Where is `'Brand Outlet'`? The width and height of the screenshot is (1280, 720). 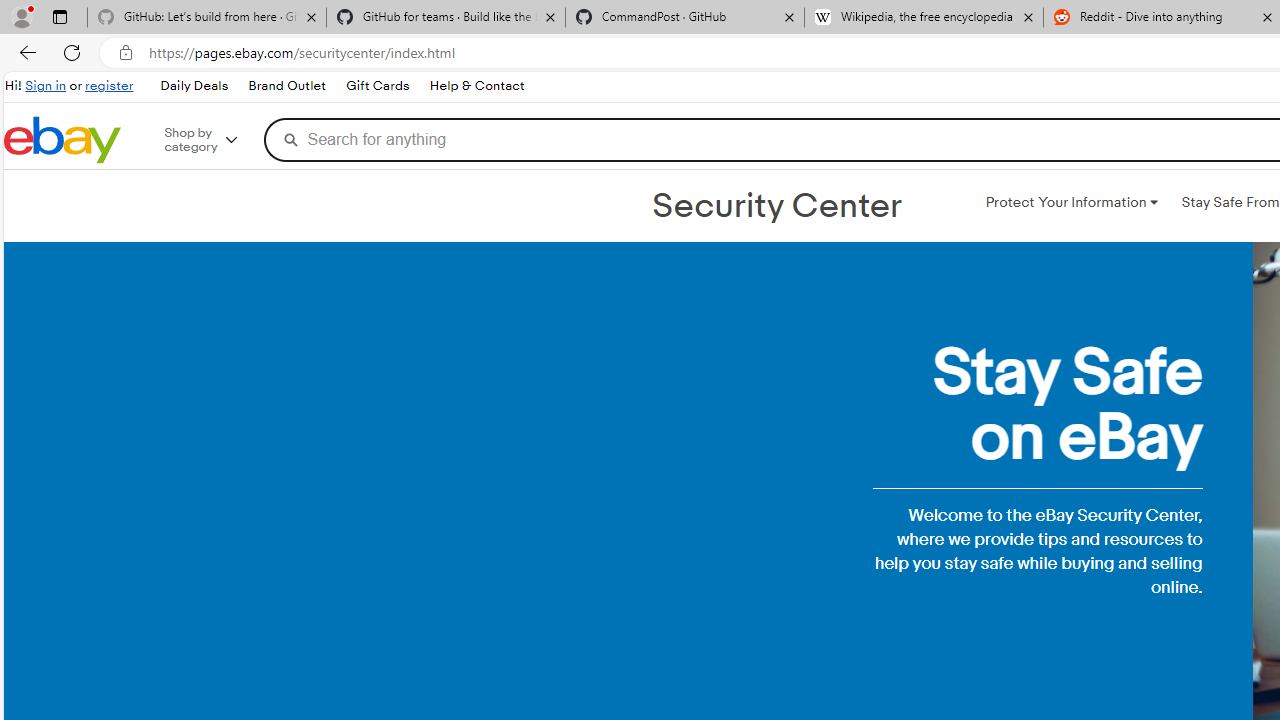
'Brand Outlet' is located at coordinates (285, 85).